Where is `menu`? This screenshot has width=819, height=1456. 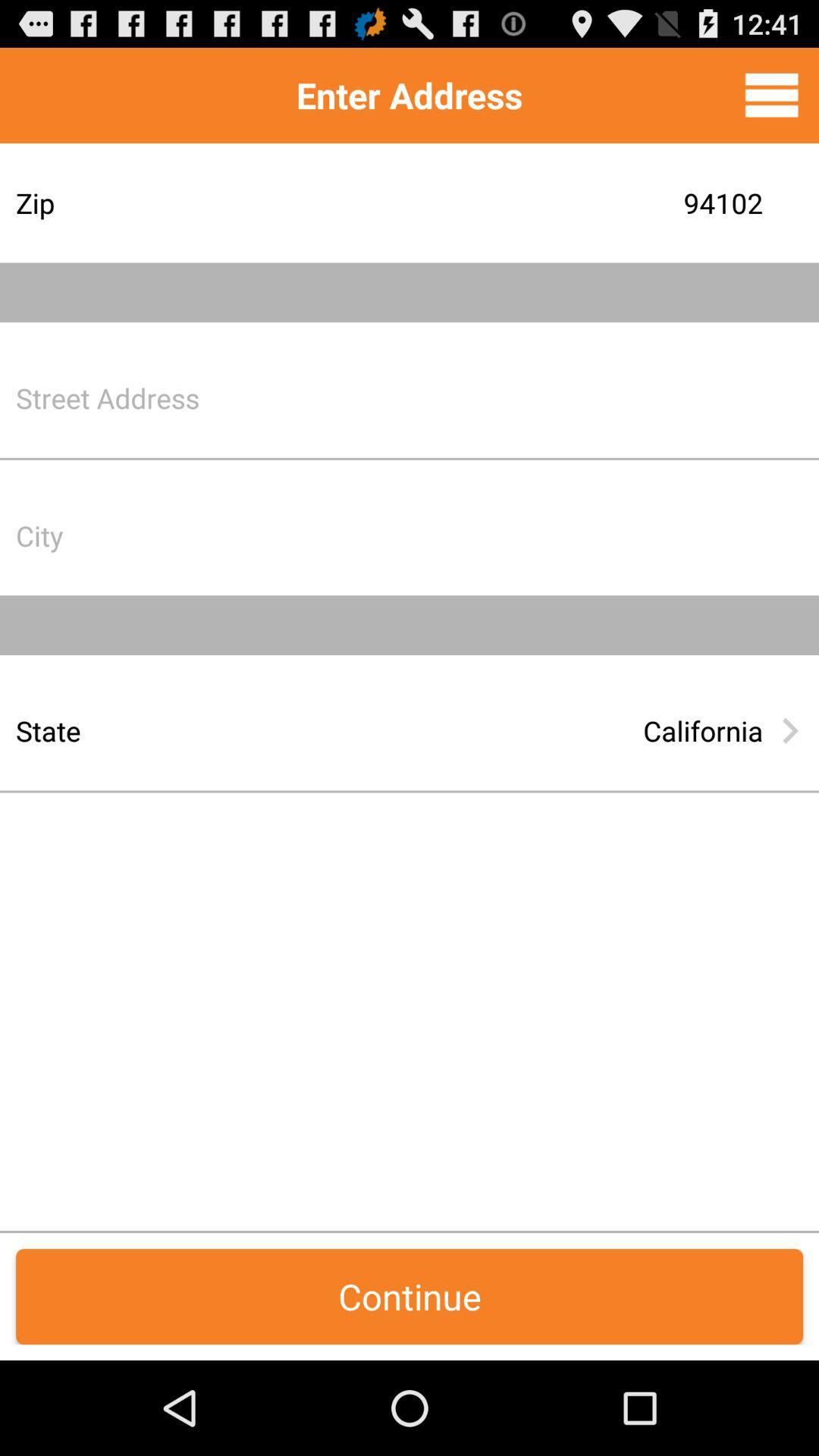
menu is located at coordinates (771, 94).